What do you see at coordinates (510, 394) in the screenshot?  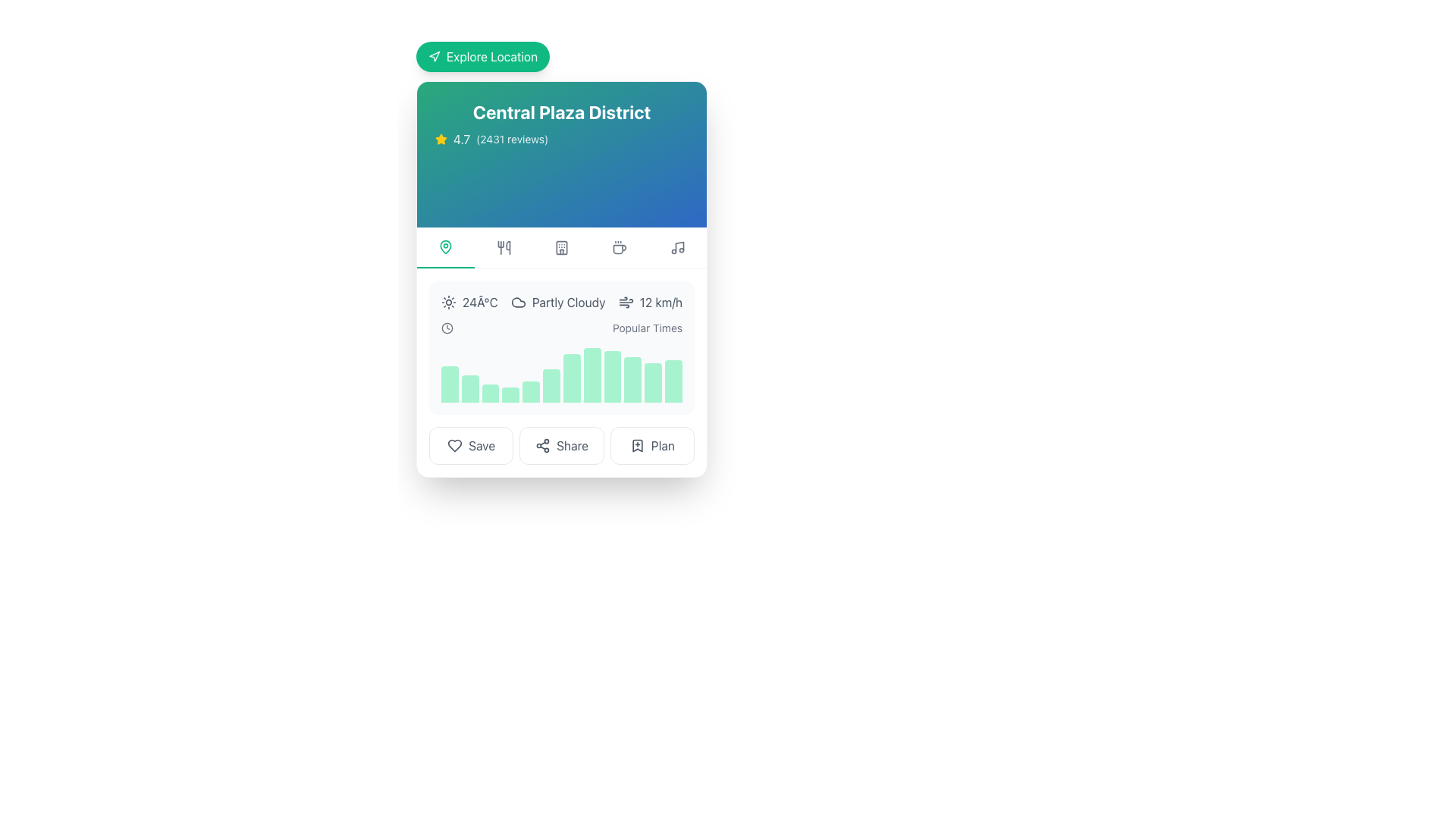 I see `the fourth data visualization bar in the horizontal bar chart, which visually represents a specific value in comparative metrics` at bounding box center [510, 394].